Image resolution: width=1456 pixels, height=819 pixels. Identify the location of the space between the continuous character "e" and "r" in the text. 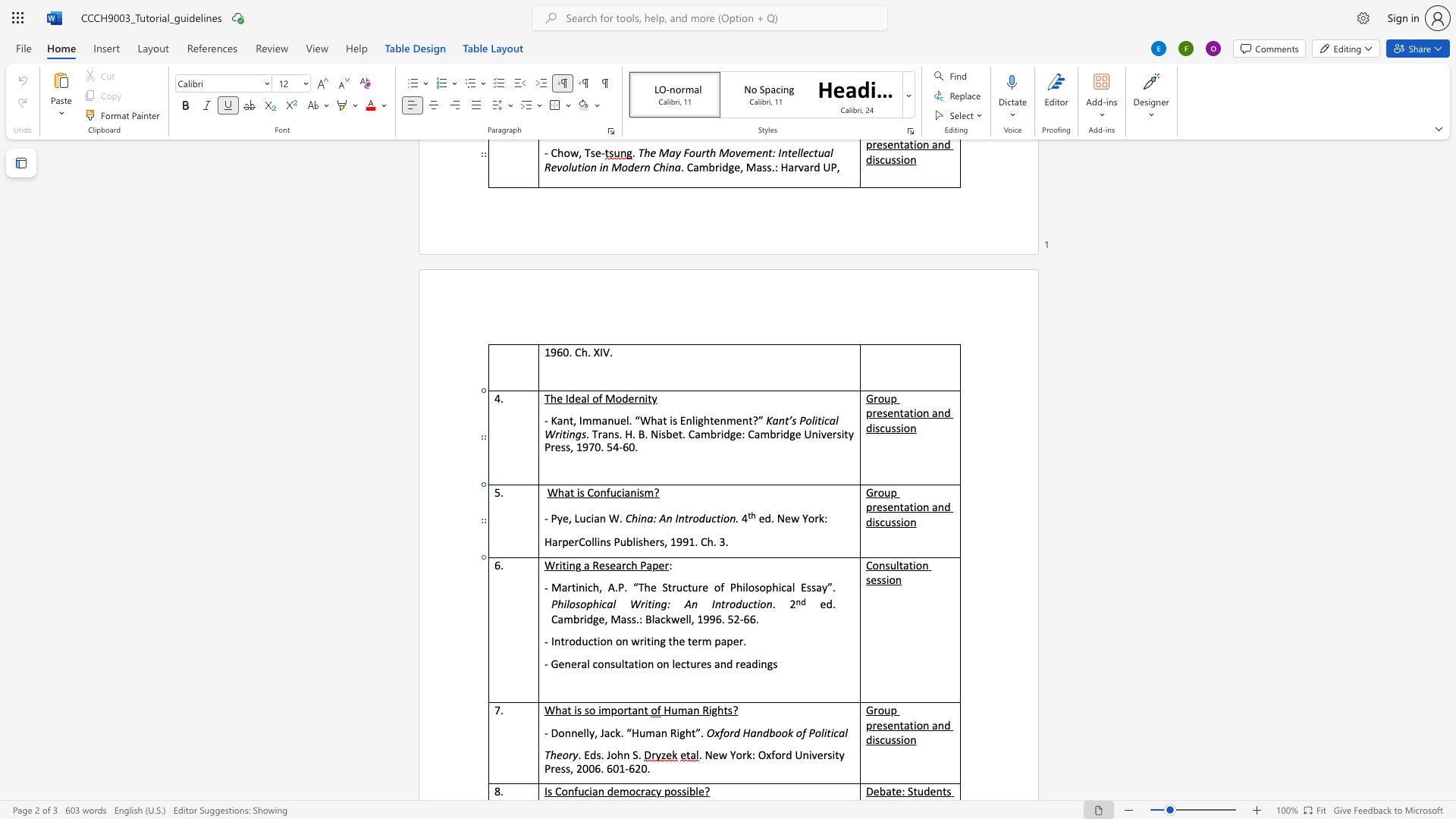
(664, 565).